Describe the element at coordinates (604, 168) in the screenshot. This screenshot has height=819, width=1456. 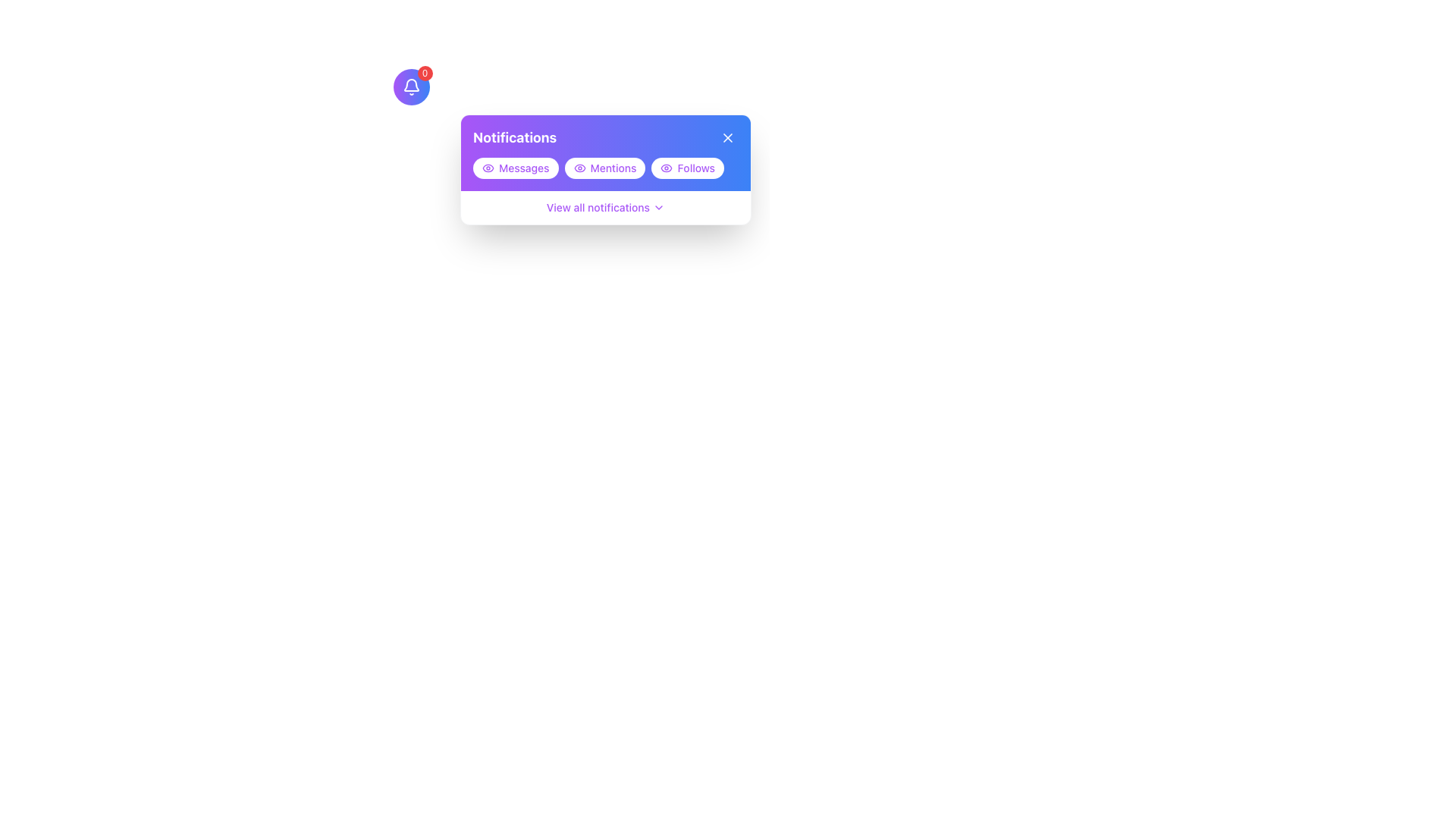
I see `the 'Mentions' button, which has a purple outline and an eye icon on the left, located under the 'Notifications' text` at that location.